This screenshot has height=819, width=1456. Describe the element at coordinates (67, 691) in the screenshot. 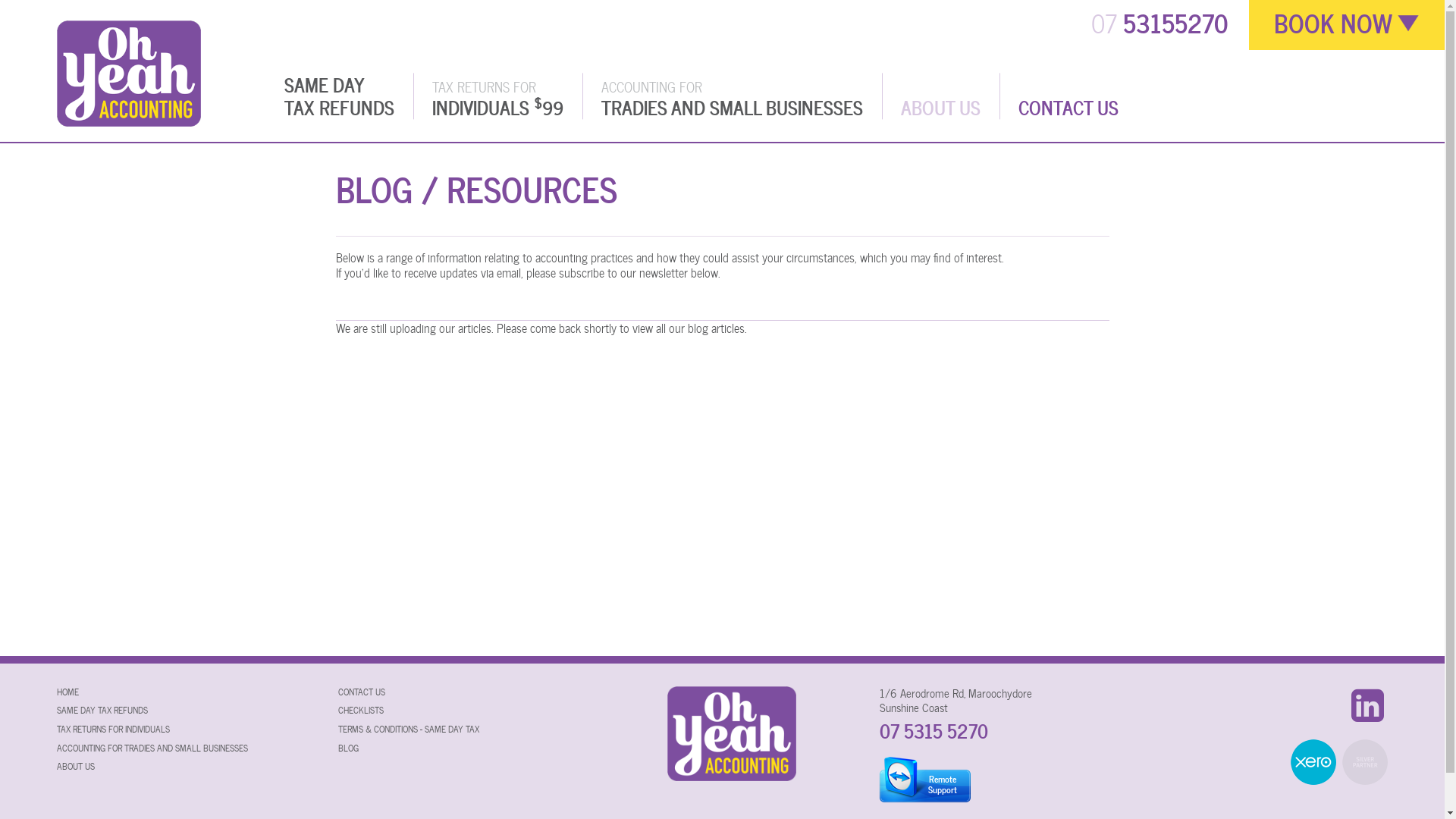

I see `'HOME'` at that location.